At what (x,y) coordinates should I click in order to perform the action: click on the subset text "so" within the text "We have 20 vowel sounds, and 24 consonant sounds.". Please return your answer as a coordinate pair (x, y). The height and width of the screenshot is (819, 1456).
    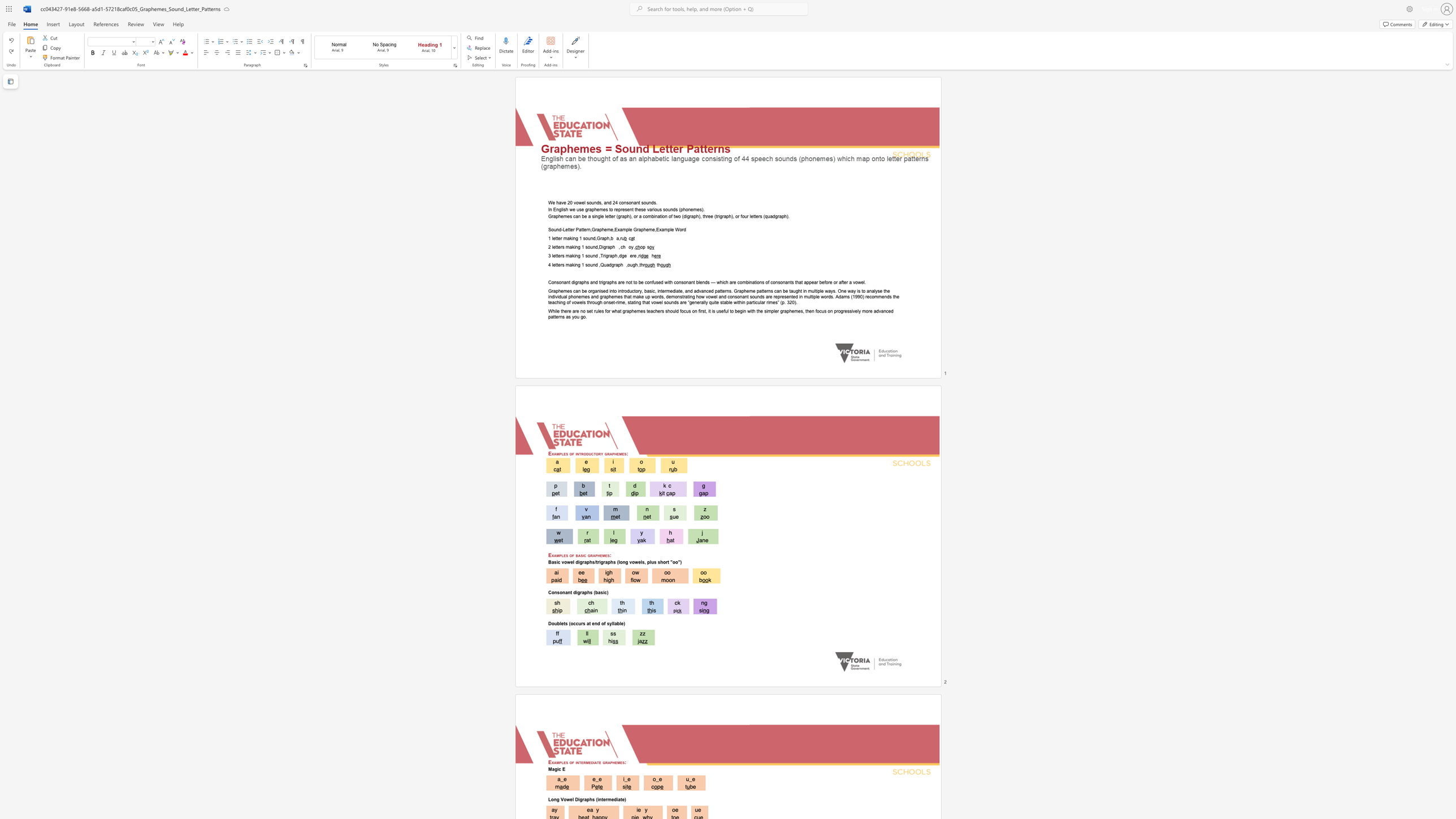
    Looking at the image, I should click on (640, 202).